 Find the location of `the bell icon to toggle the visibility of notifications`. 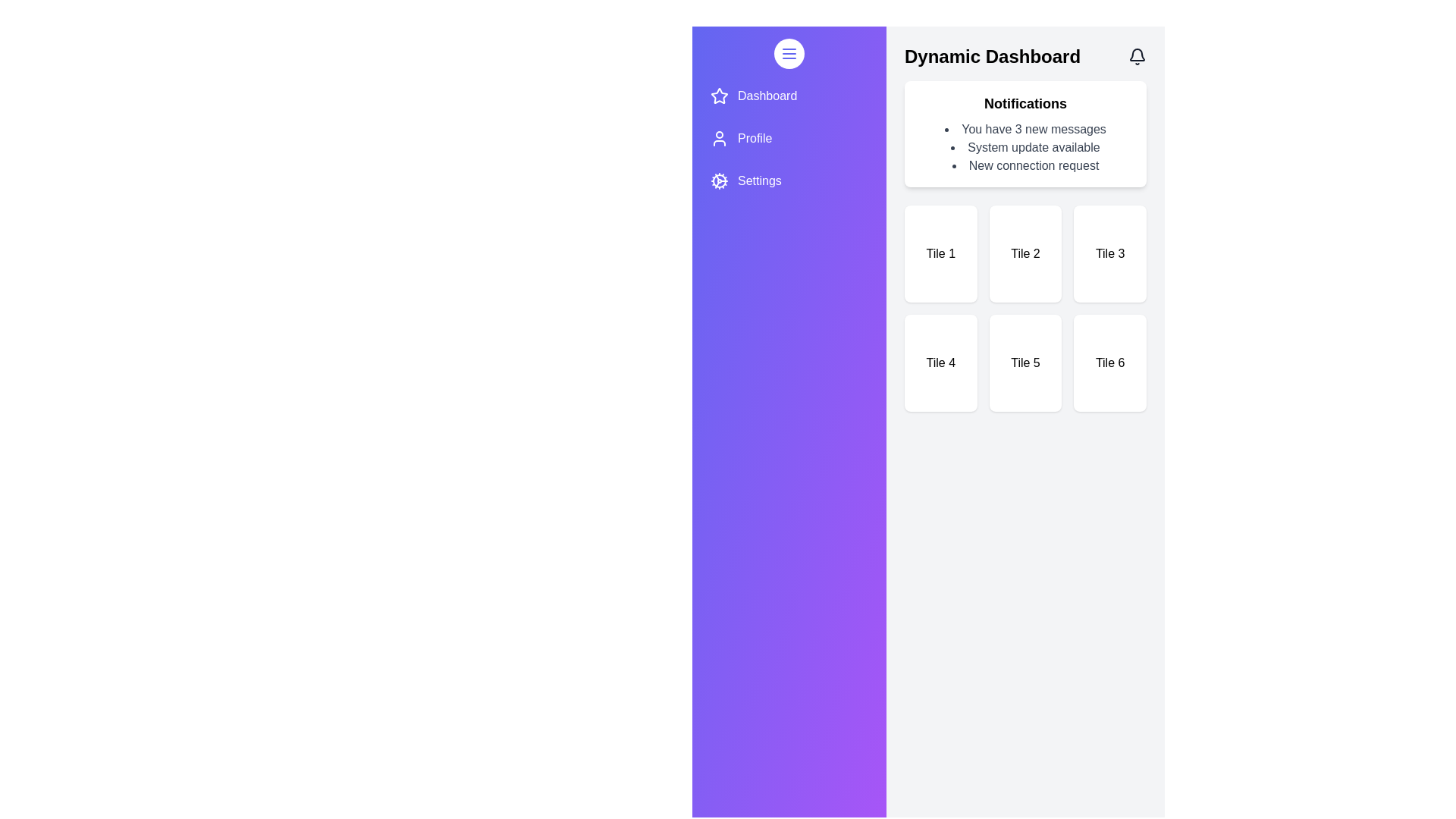

the bell icon to toggle the visibility of notifications is located at coordinates (1137, 55).